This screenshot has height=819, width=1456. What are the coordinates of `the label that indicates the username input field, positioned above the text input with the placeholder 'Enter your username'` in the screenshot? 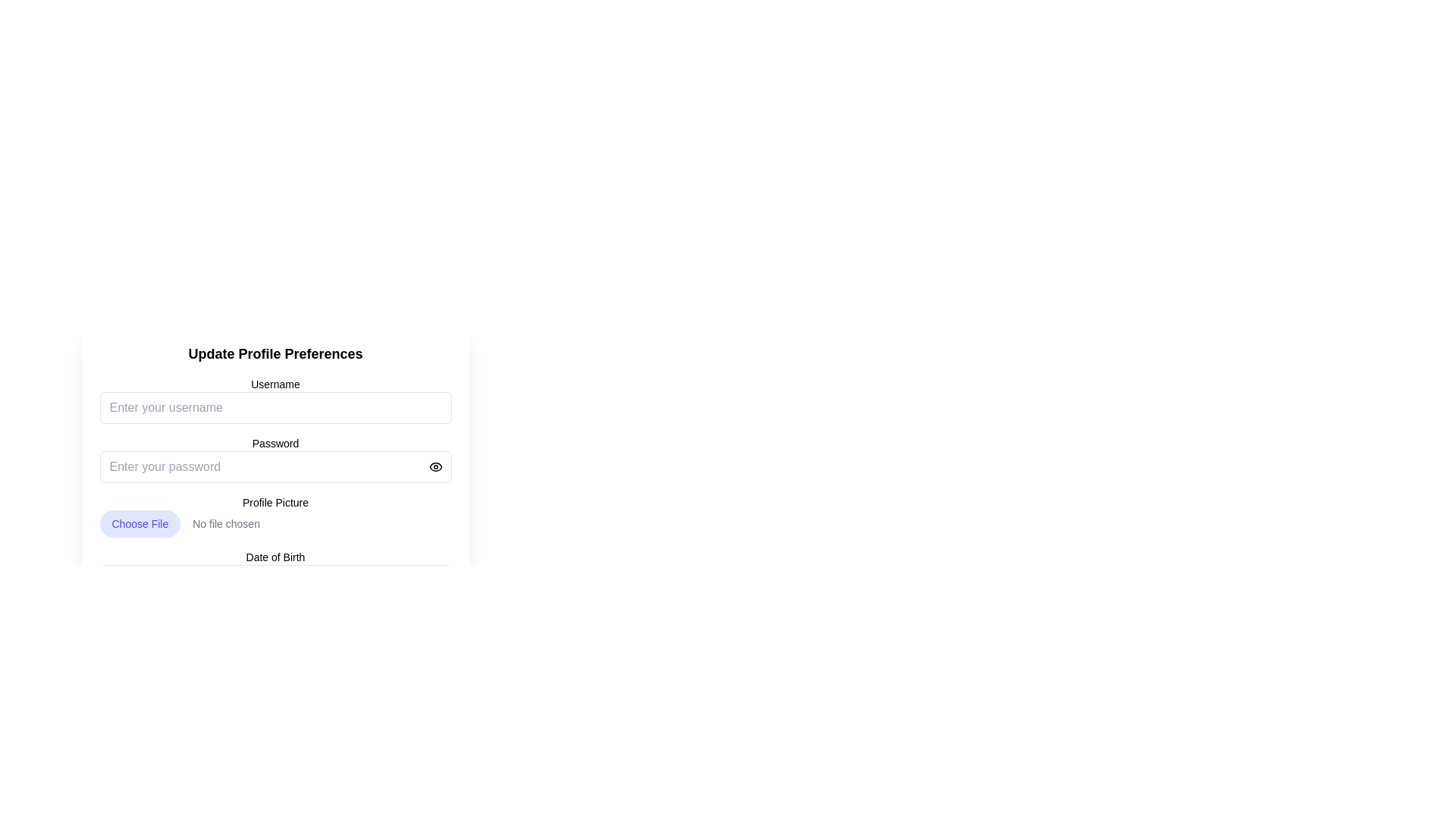 It's located at (275, 383).